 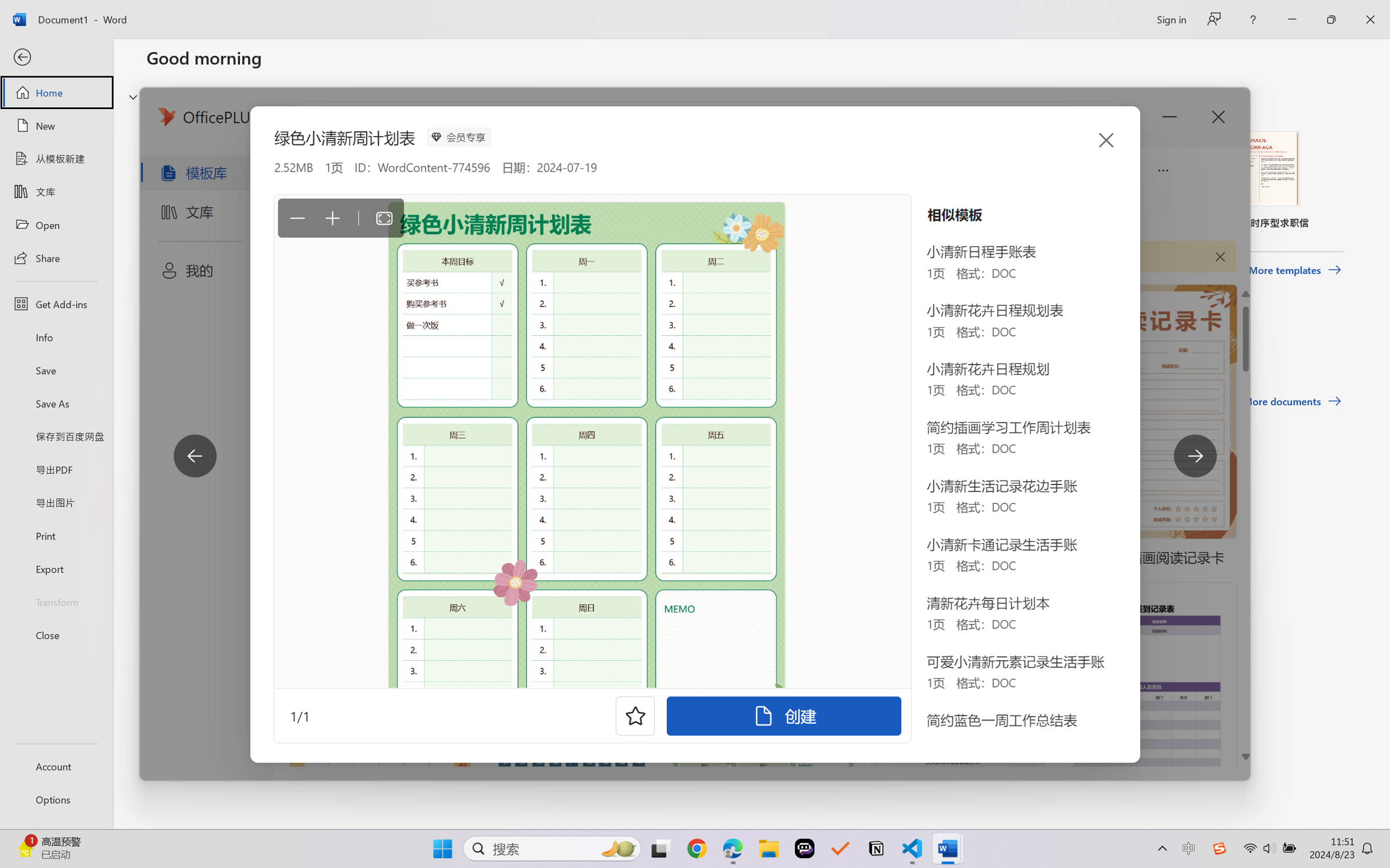 I want to click on 'Save As', so click(x=56, y=403).